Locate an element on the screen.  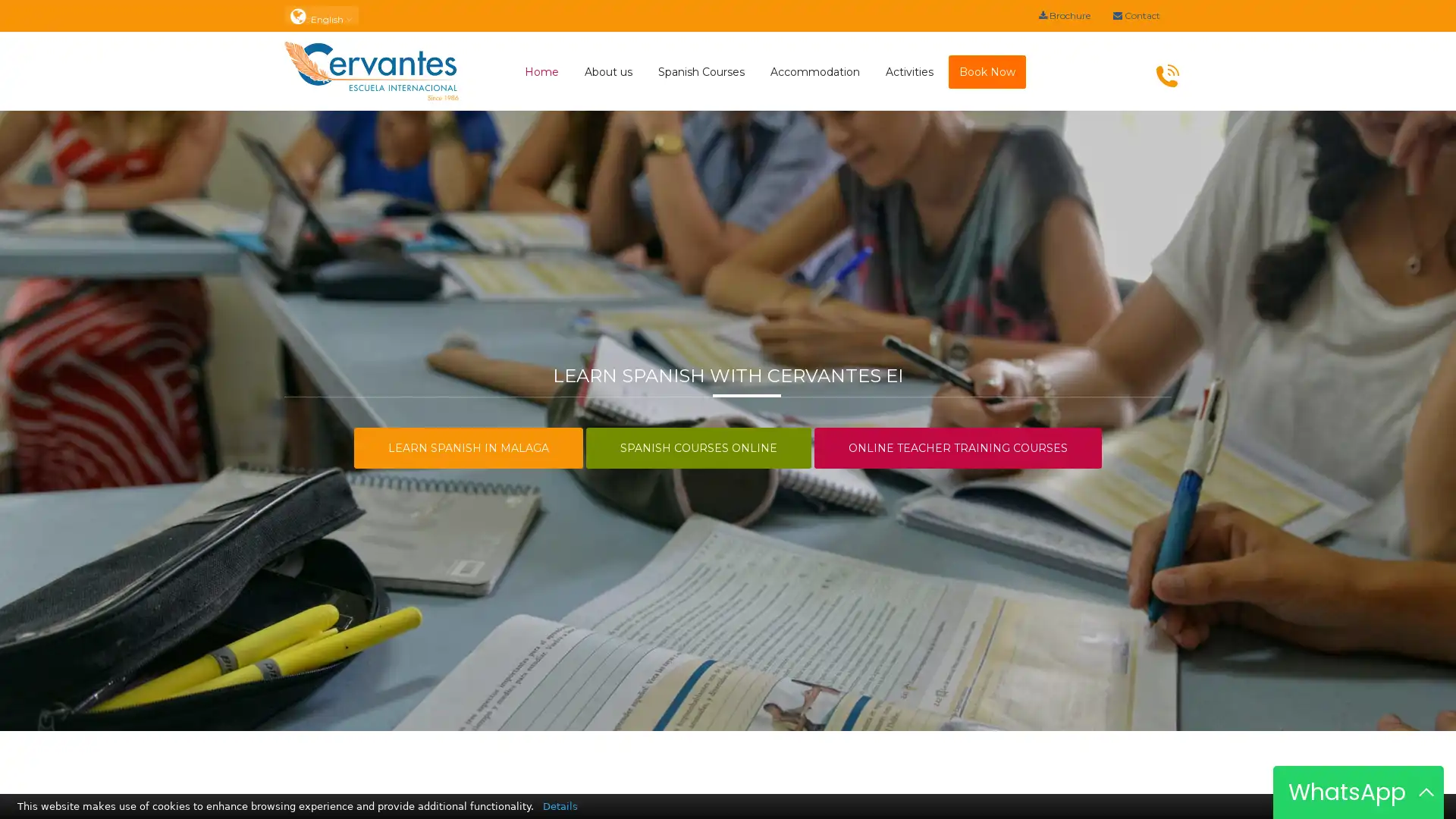
: English is located at coordinates (320, 14).